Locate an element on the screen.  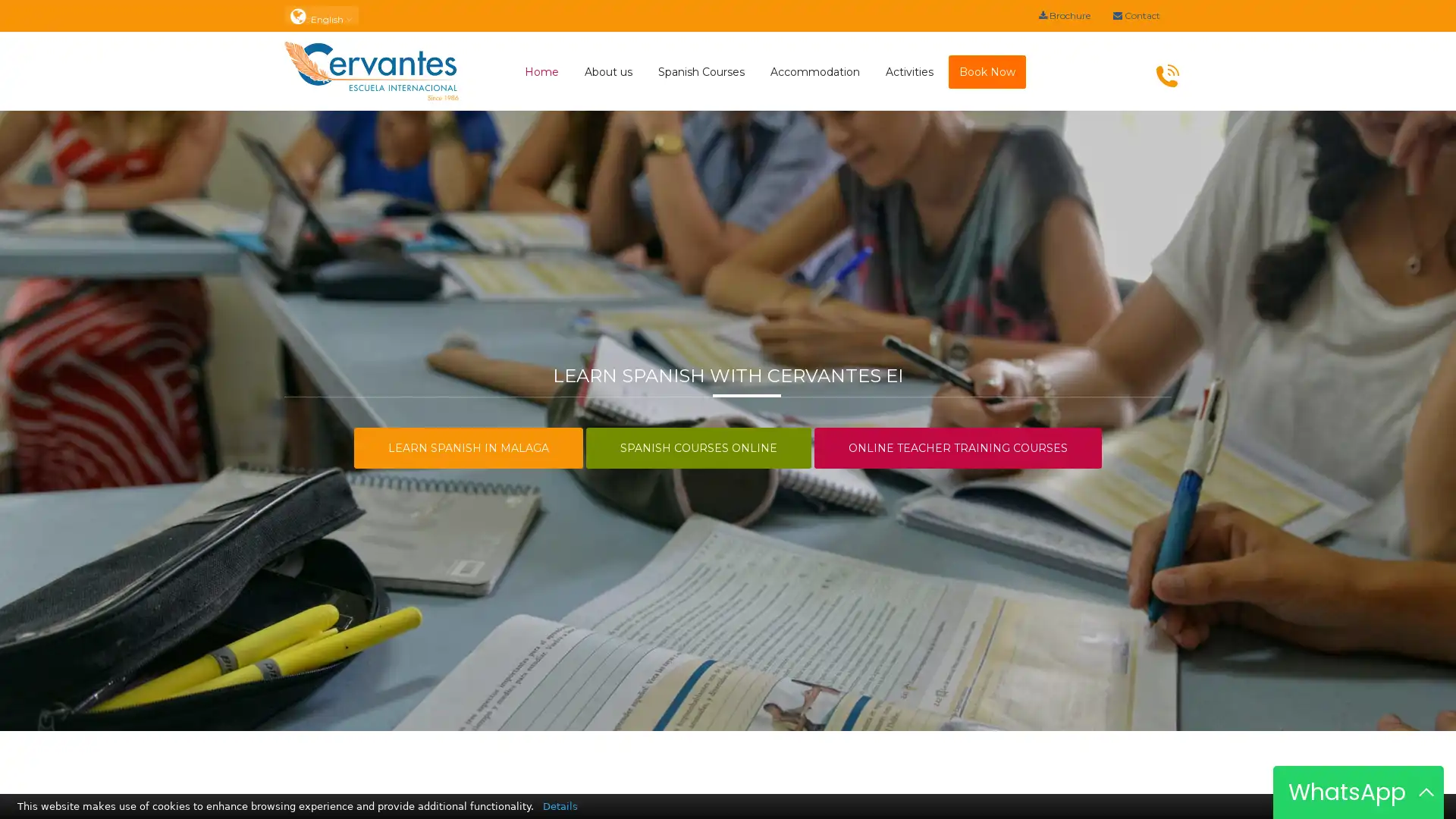
: English is located at coordinates (320, 14).